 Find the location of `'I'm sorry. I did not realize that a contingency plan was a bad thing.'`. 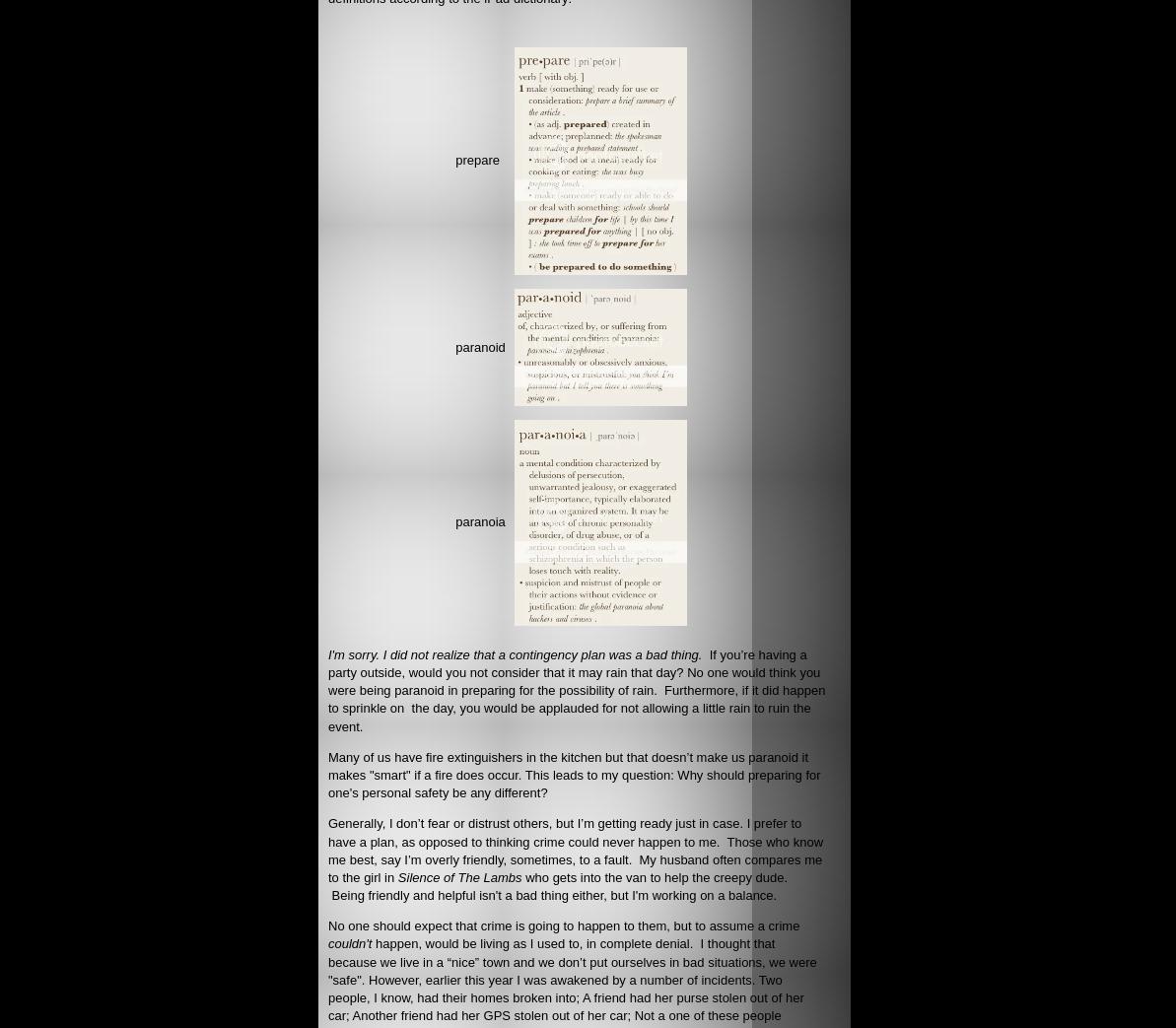

'I'm sorry. I did not realize that a contingency plan was a bad thing.' is located at coordinates (514, 652).